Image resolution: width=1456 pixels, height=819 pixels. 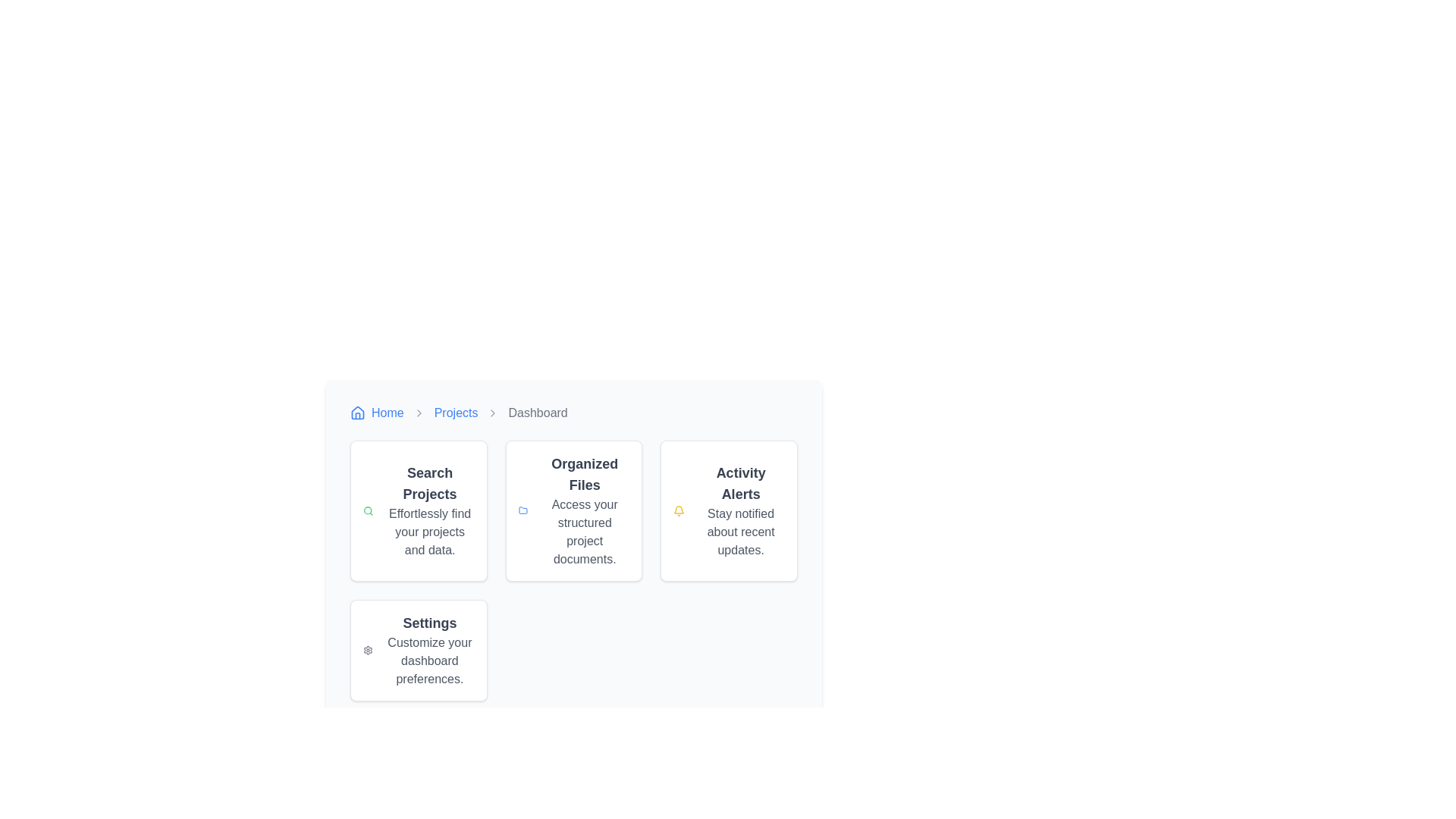 What do you see at coordinates (428, 623) in the screenshot?
I see `the Text label that serves as a heading for the section, located above the text 'Customize your dashboard preferences.'` at bounding box center [428, 623].